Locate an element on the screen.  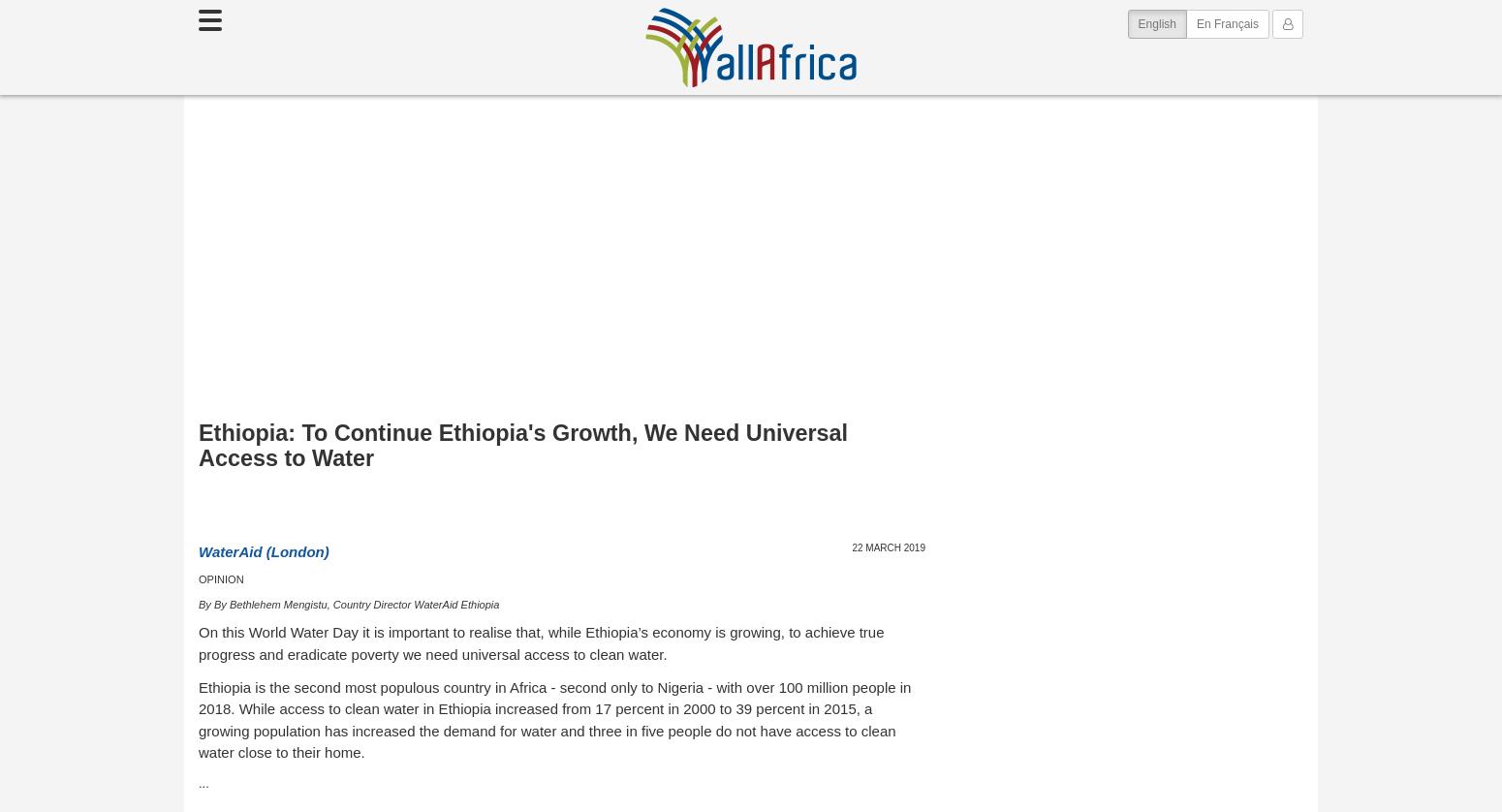
'By By Bethlehem Mengistu, Country Director WaterAid Ethiopia' is located at coordinates (348, 603).